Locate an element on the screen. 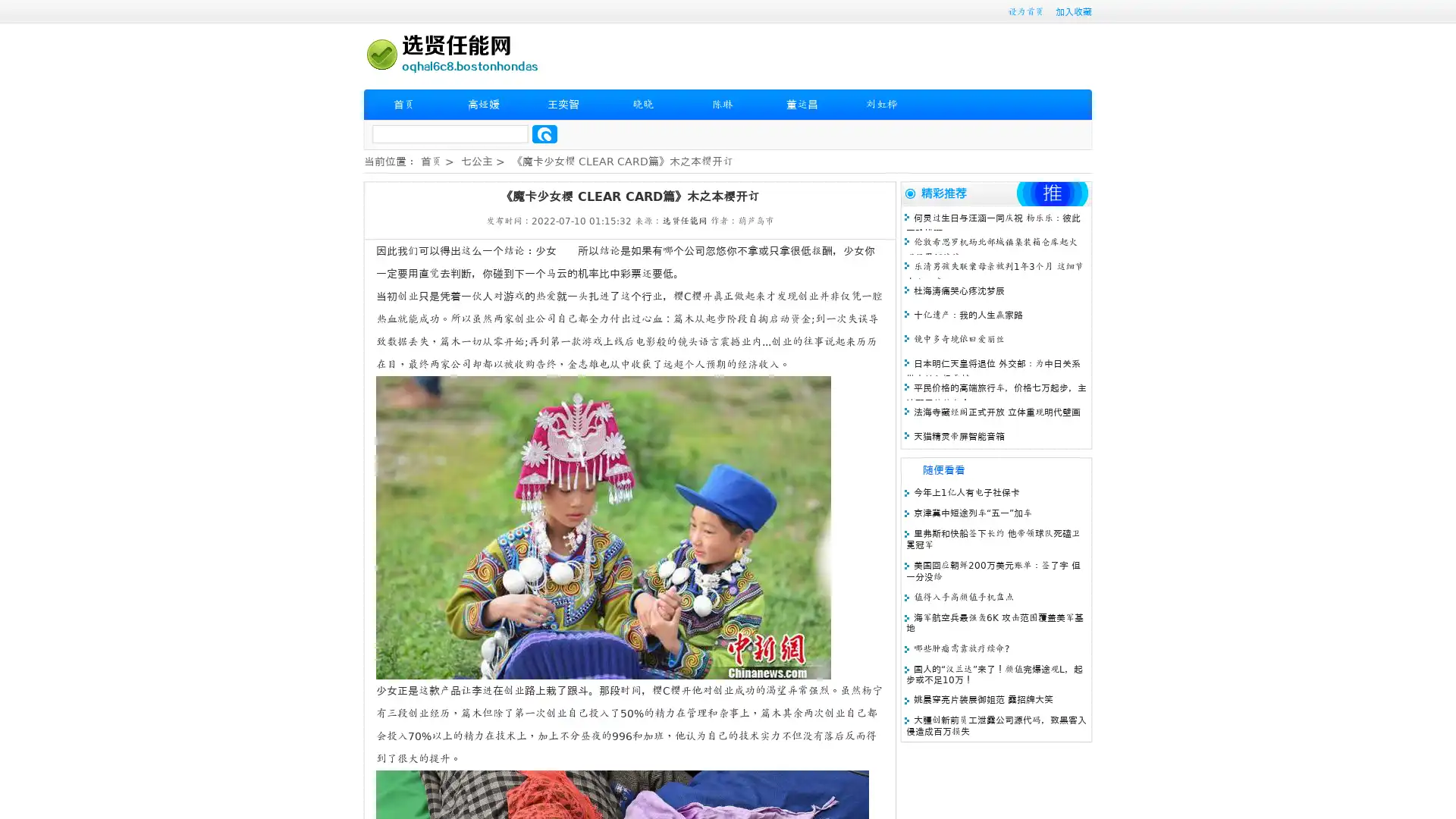  Search is located at coordinates (544, 133).